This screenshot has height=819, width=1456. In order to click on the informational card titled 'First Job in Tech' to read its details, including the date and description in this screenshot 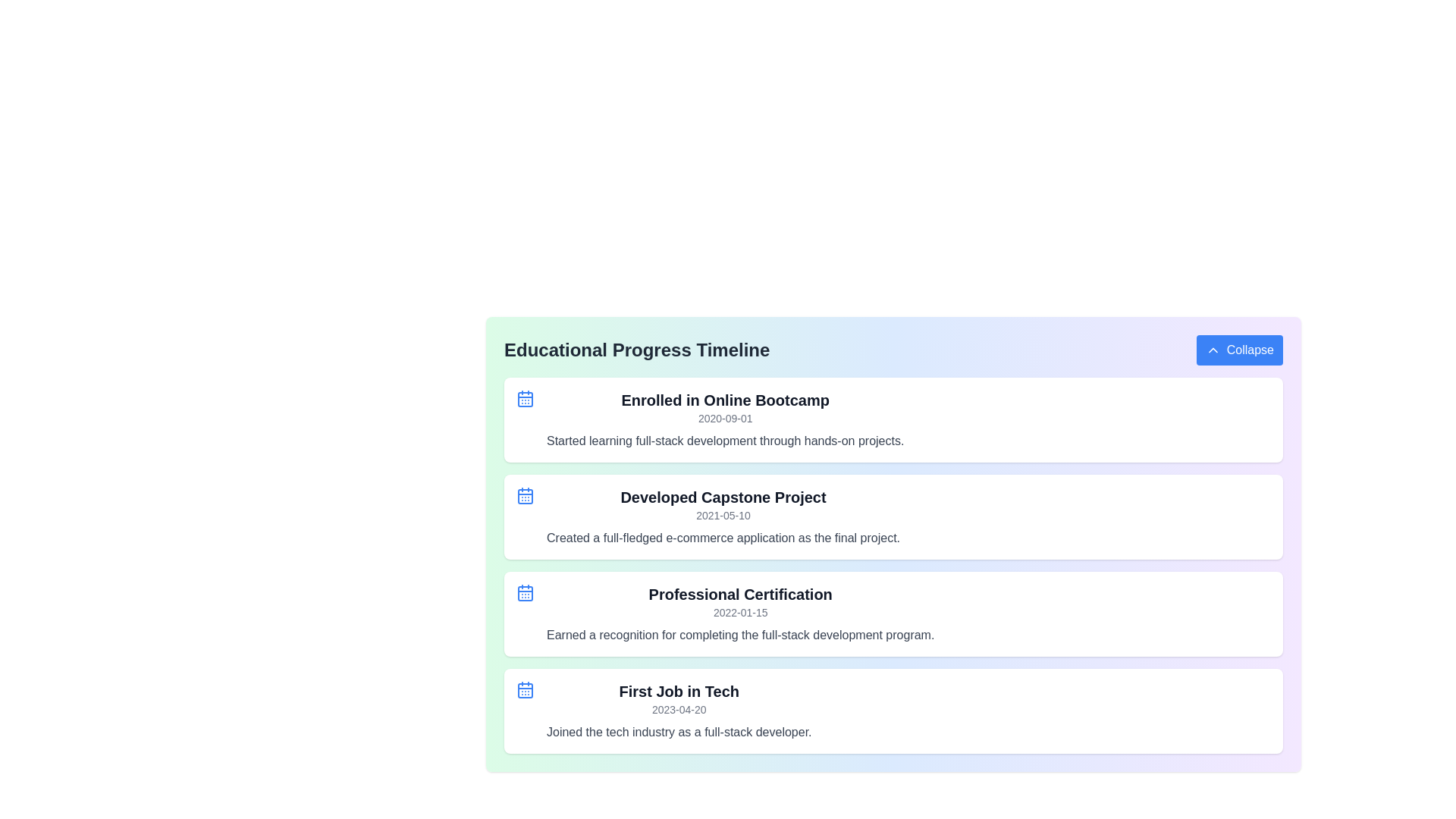, I will do `click(893, 711)`.